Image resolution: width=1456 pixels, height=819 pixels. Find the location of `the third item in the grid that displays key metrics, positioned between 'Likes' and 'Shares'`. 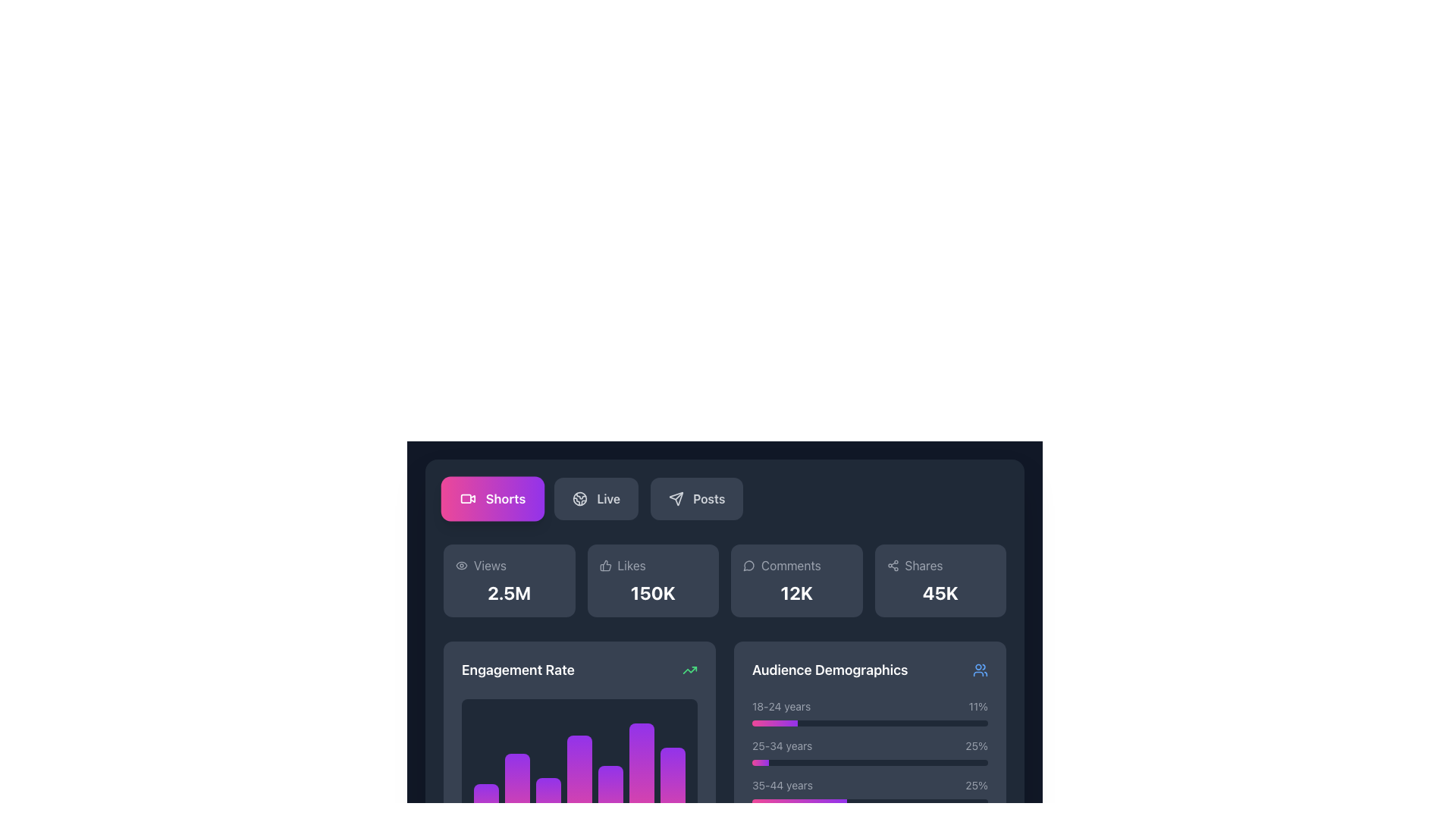

the third item in the grid that displays key metrics, positioned between 'Likes' and 'Shares' is located at coordinates (723, 580).